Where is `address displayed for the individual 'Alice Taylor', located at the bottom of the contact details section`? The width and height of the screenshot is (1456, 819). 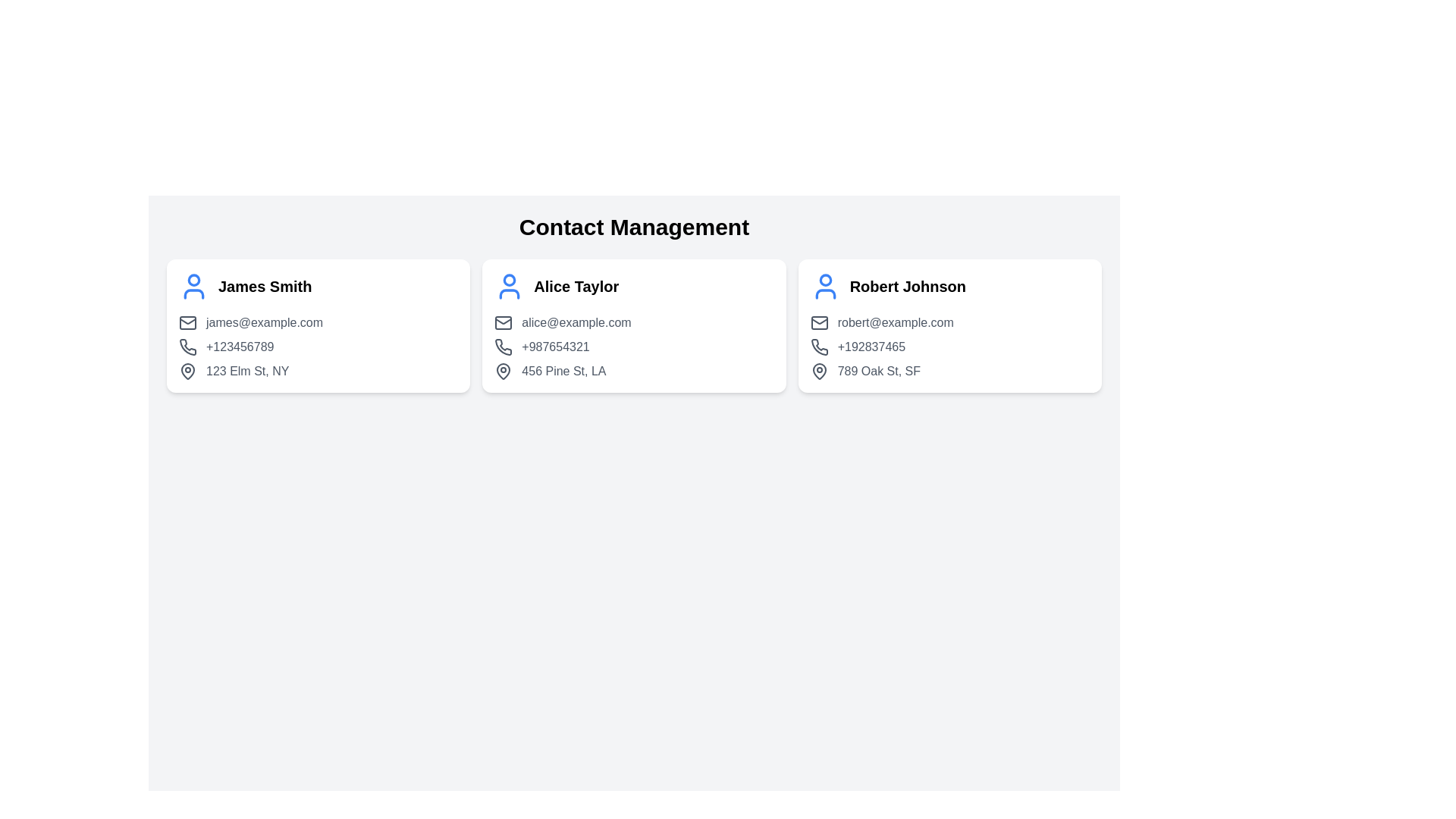 address displayed for the individual 'Alice Taylor', located at the bottom of the contact details section is located at coordinates (634, 371).